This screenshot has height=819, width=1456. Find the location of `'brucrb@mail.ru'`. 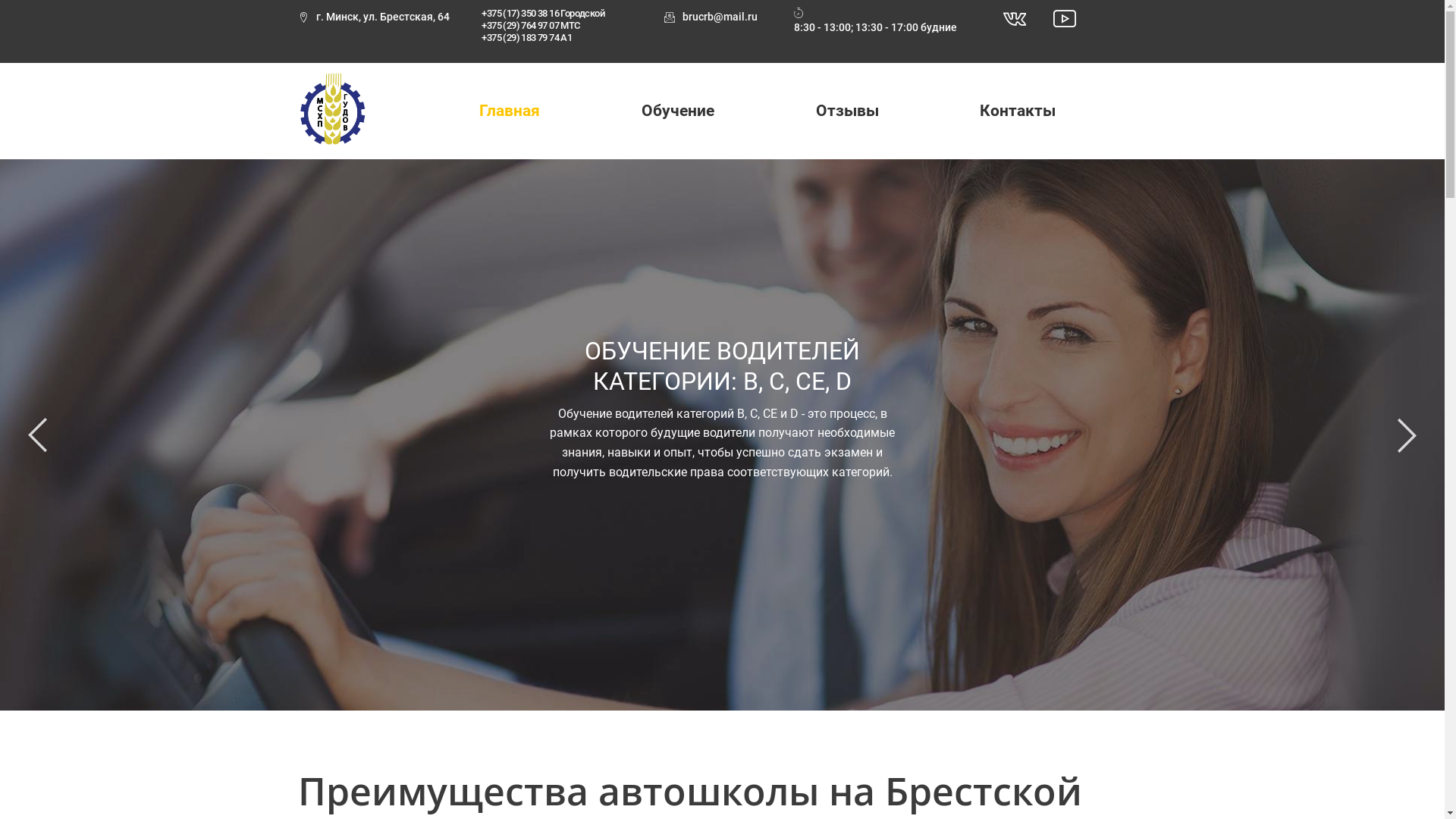

'brucrb@mail.ru' is located at coordinates (710, 17).